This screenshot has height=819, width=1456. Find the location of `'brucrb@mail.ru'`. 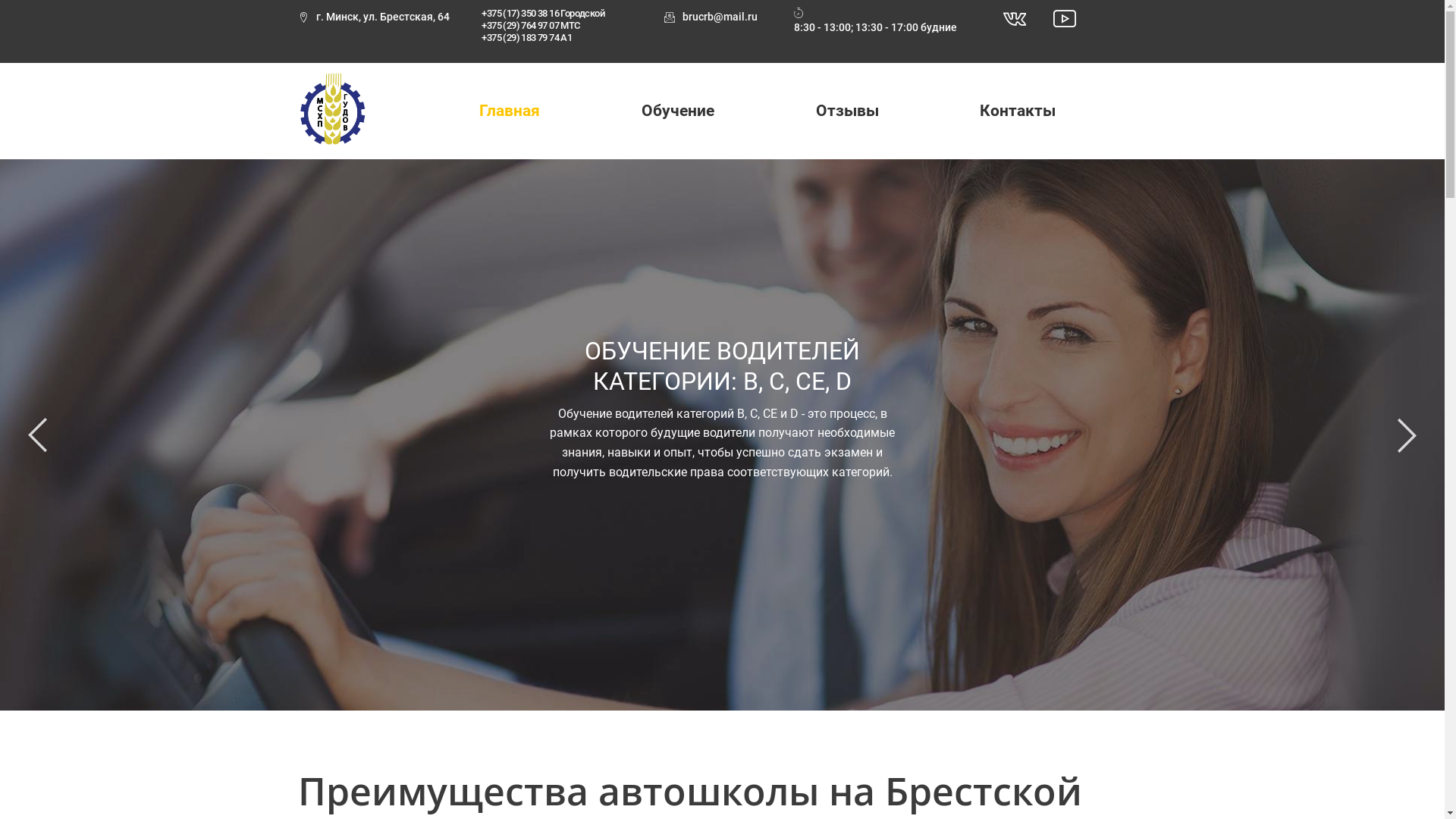

'brucrb@mail.ru' is located at coordinates (710, 17).